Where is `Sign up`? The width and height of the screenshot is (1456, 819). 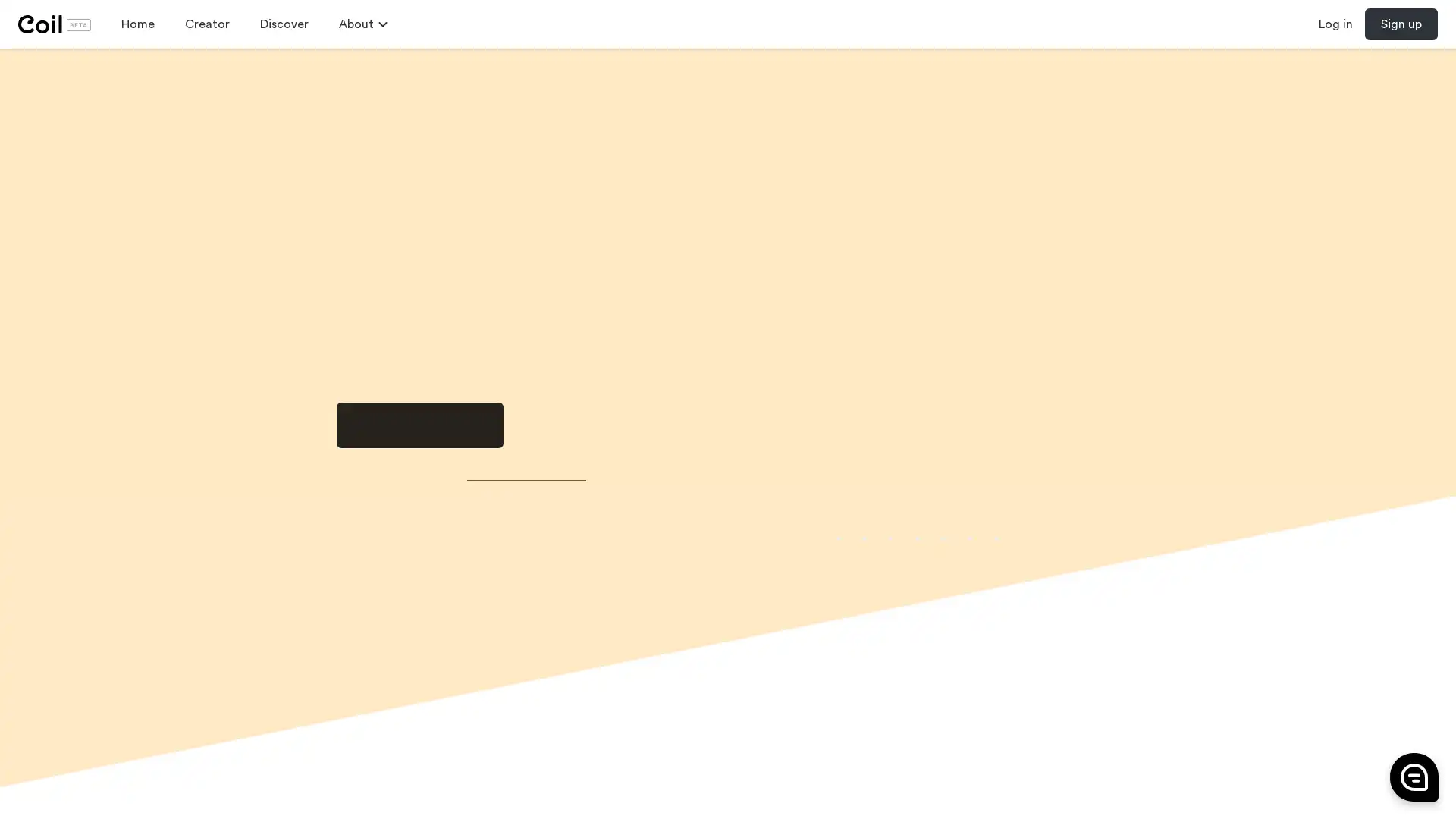
Sign up is located at coordinates (1401, 24).